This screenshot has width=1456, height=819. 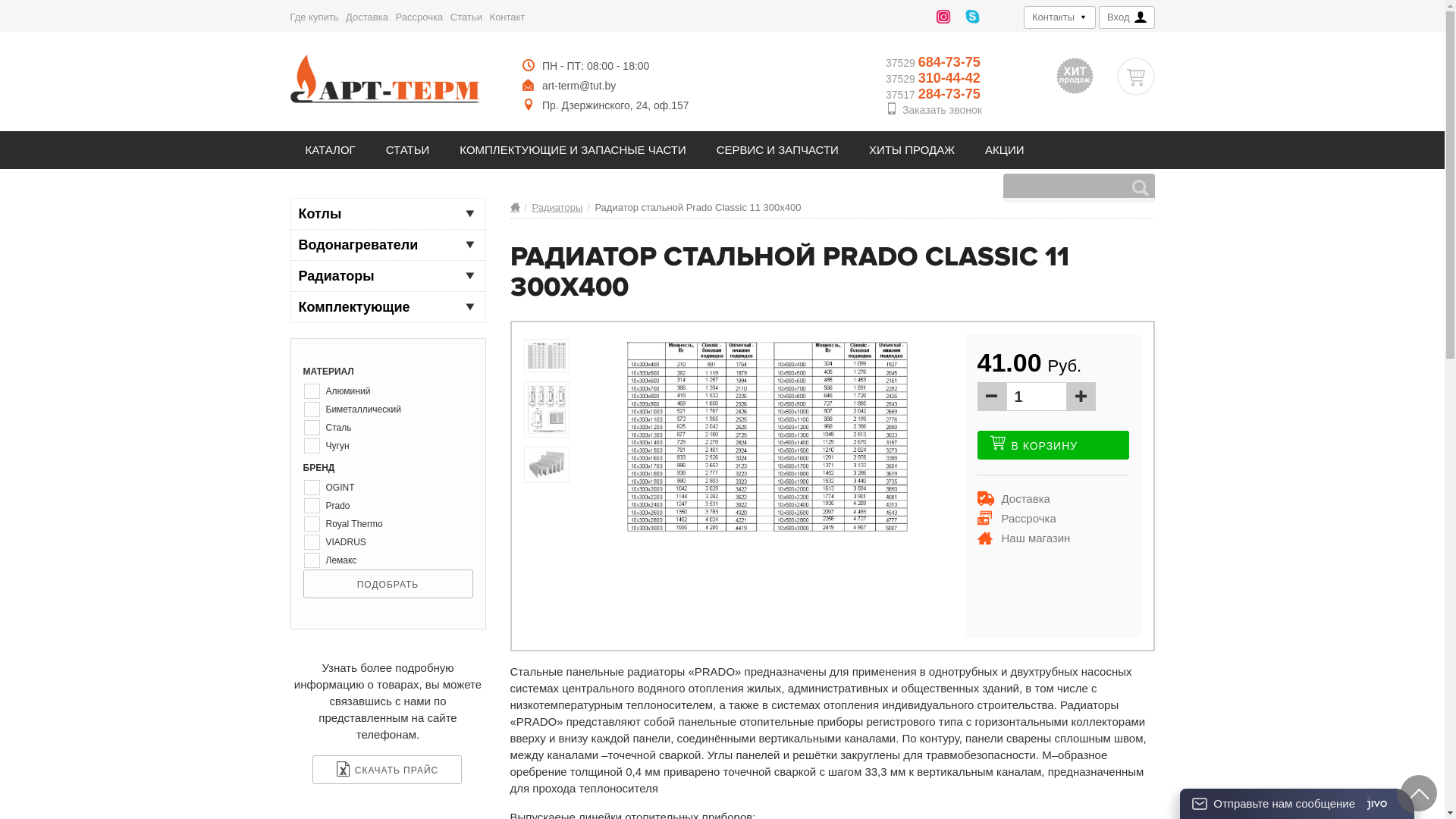 I want to click on '37529 310-44-42', so click(x=933, y=78).